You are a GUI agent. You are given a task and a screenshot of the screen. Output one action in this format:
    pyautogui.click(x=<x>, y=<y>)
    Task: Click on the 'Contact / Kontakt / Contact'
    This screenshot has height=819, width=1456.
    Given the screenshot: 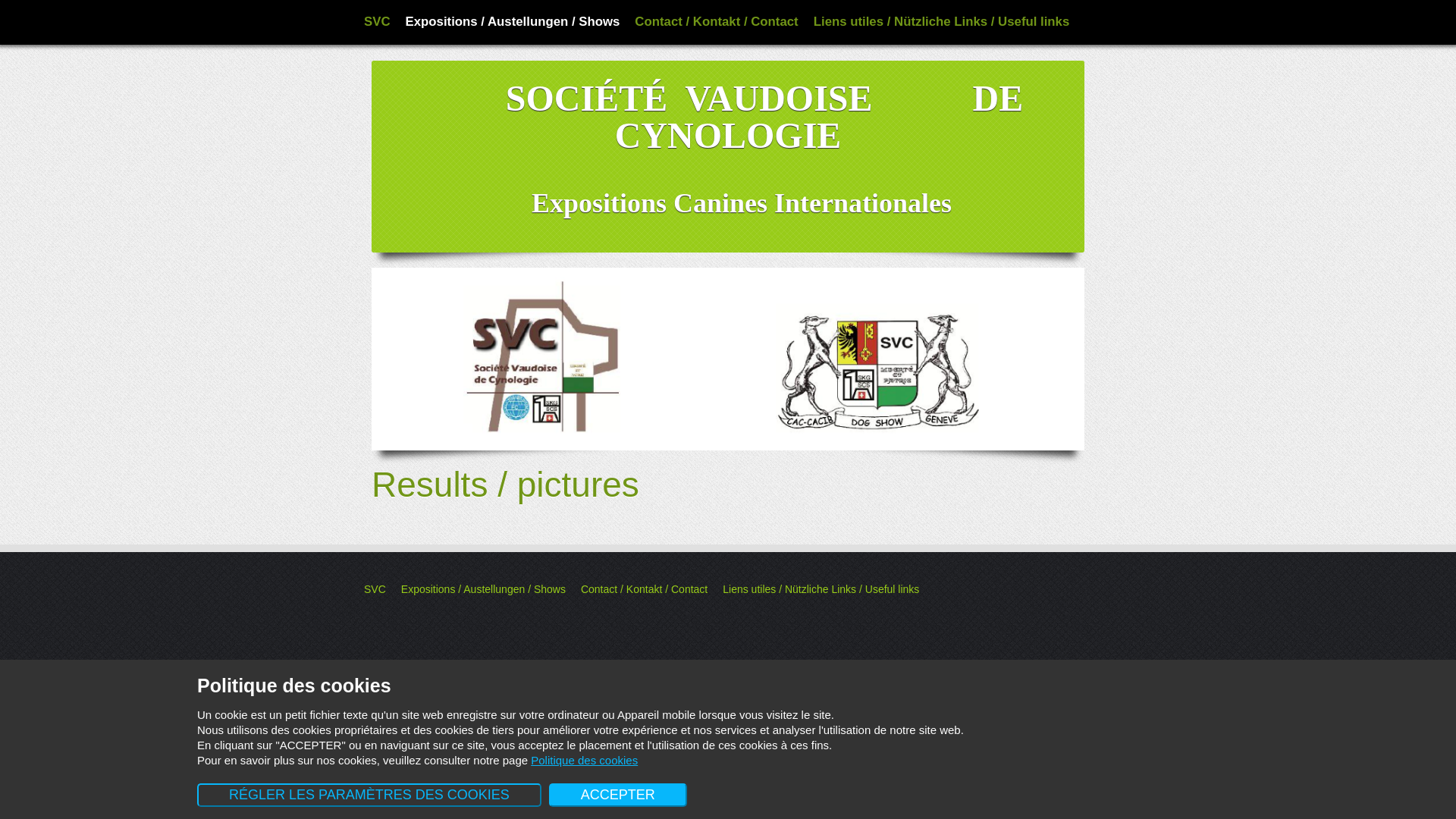 What is the action you would take?
    pyautogui.click(x=715, y=21)
    